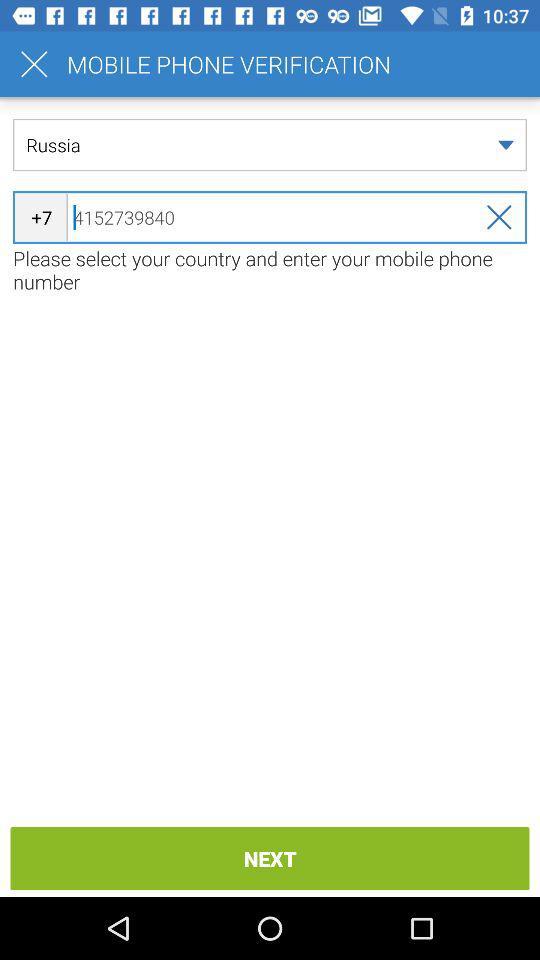 The image size is (540, 960). Describe the element at coordinates (270, 857) in the screenshot. I see `the item below please select your` at that location.